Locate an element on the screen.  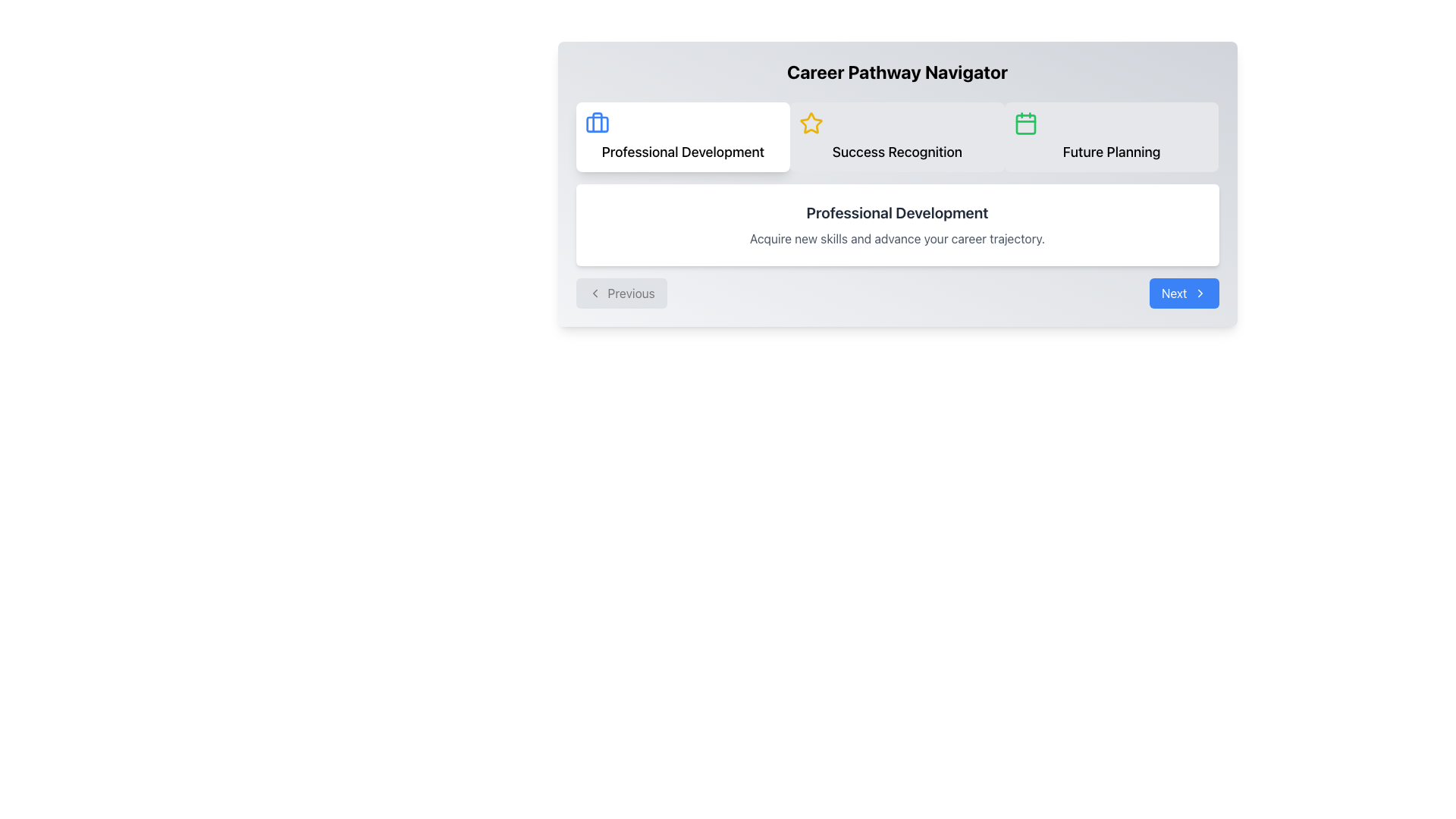
the green calendar icon with a bold outline located in the 'Future Planning' section at the top of the interface is located at coordinates (1025, 122).